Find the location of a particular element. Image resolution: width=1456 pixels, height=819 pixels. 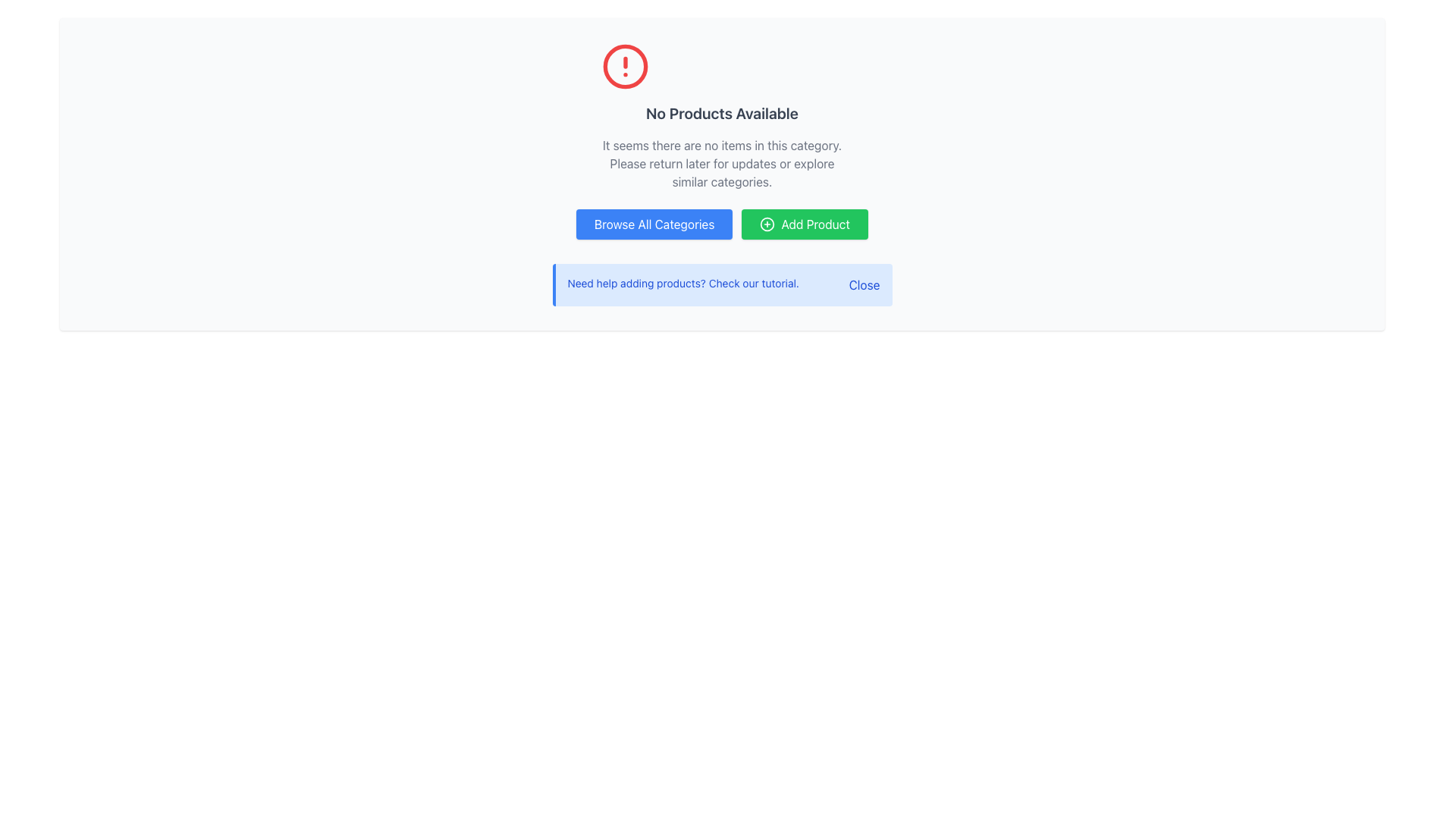

the green circular icon with a plus sign located within the 'Add Product' button, situated to the left of the text 'Add Product' is located at coordinates (767, 224).